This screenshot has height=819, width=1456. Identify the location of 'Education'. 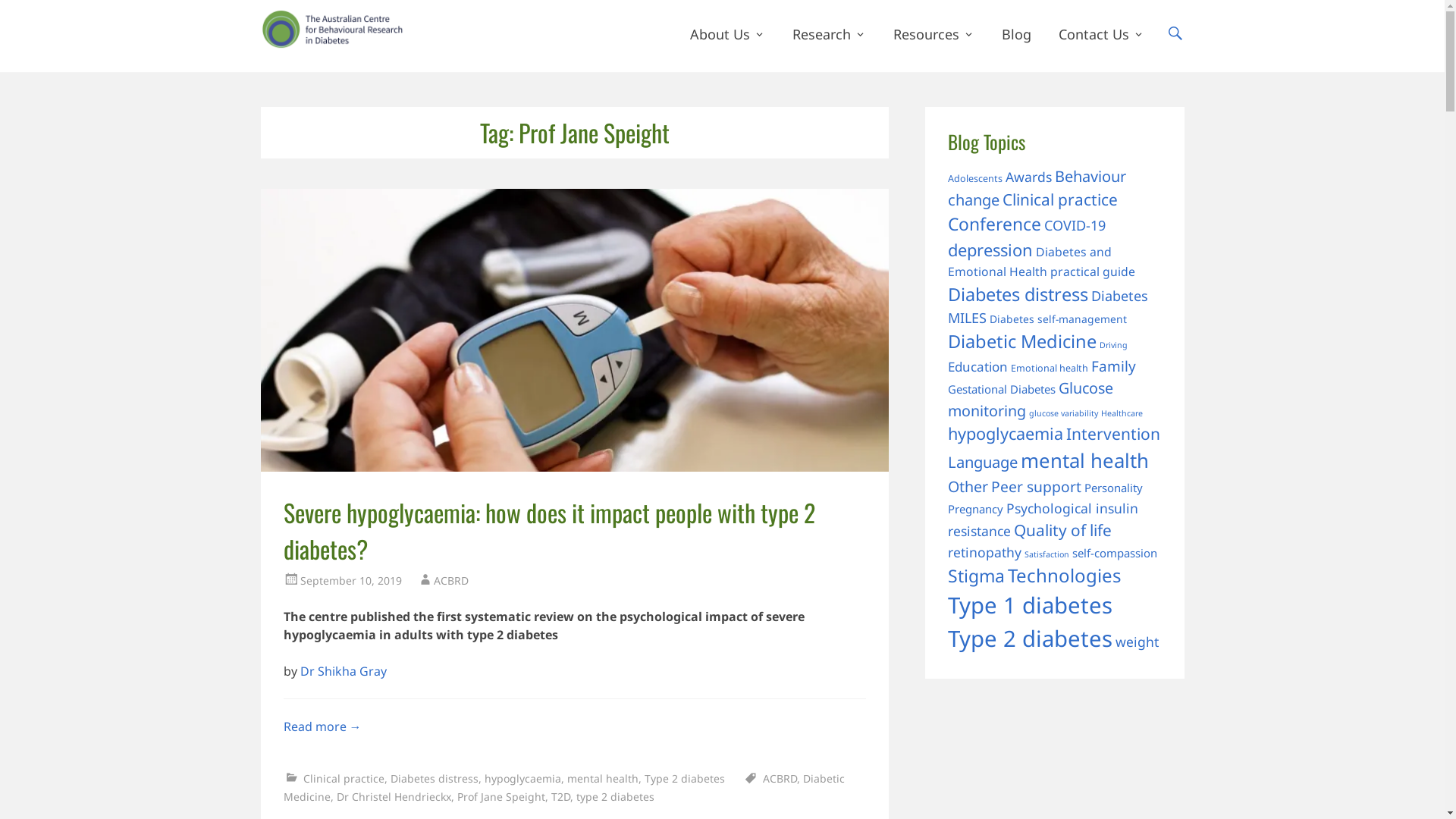
(977, 366).